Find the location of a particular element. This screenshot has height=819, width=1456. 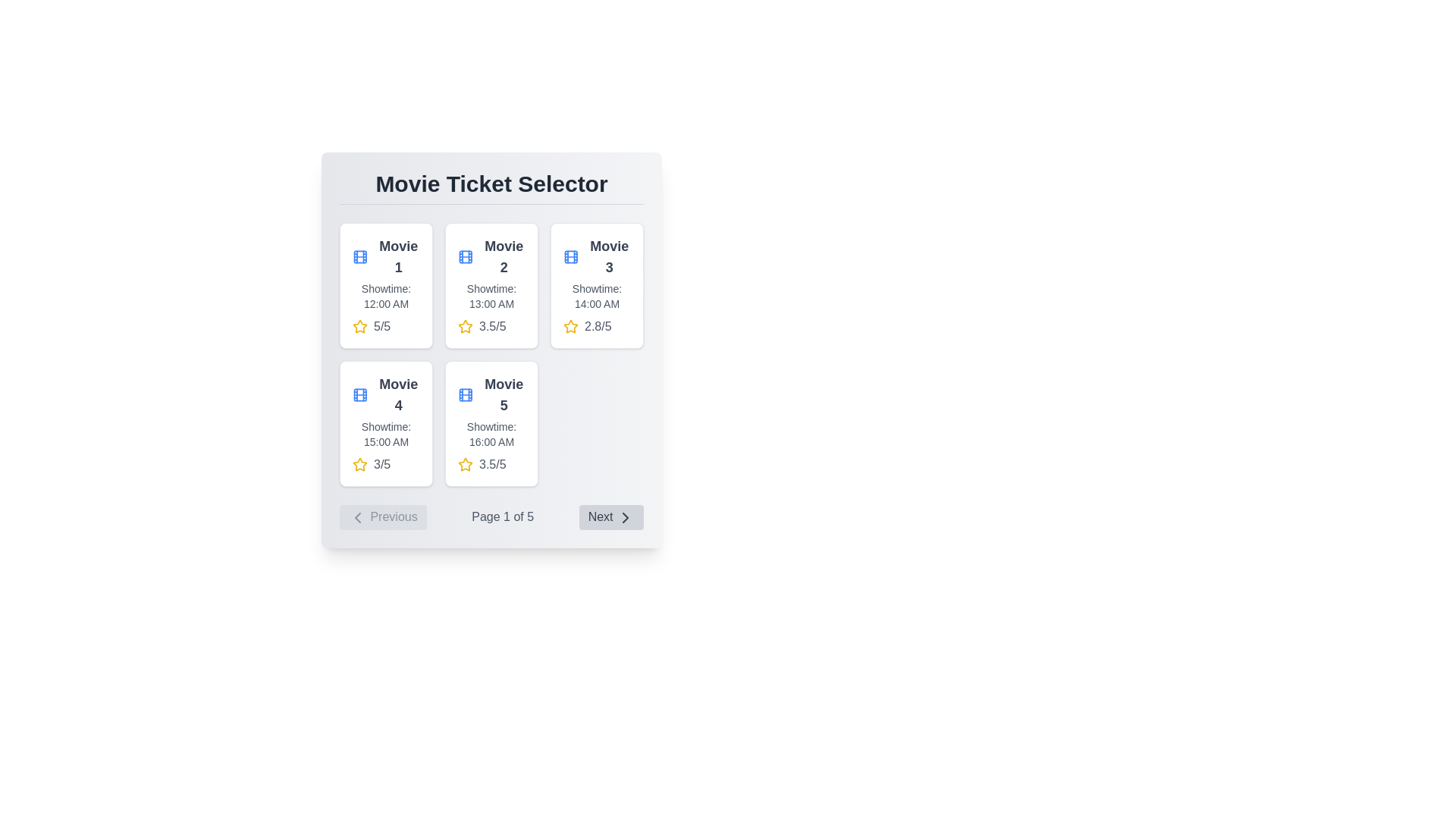

the left-pointing chevron icon within the 'Previous' button is located at coordinates (356, 516).